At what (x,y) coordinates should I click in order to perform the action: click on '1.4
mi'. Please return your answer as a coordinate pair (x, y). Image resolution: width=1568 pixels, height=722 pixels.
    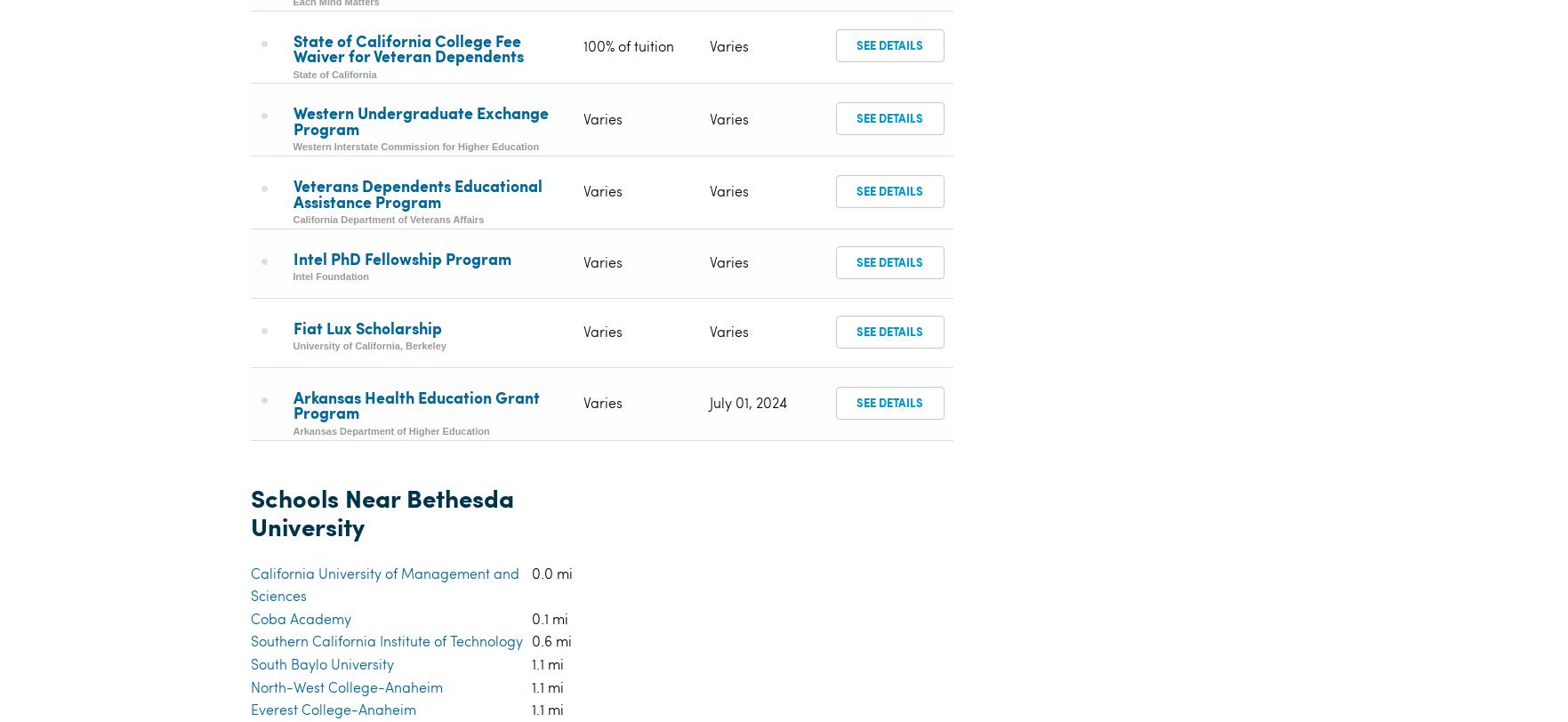
    Looking at the image, I should click on (532, 372).